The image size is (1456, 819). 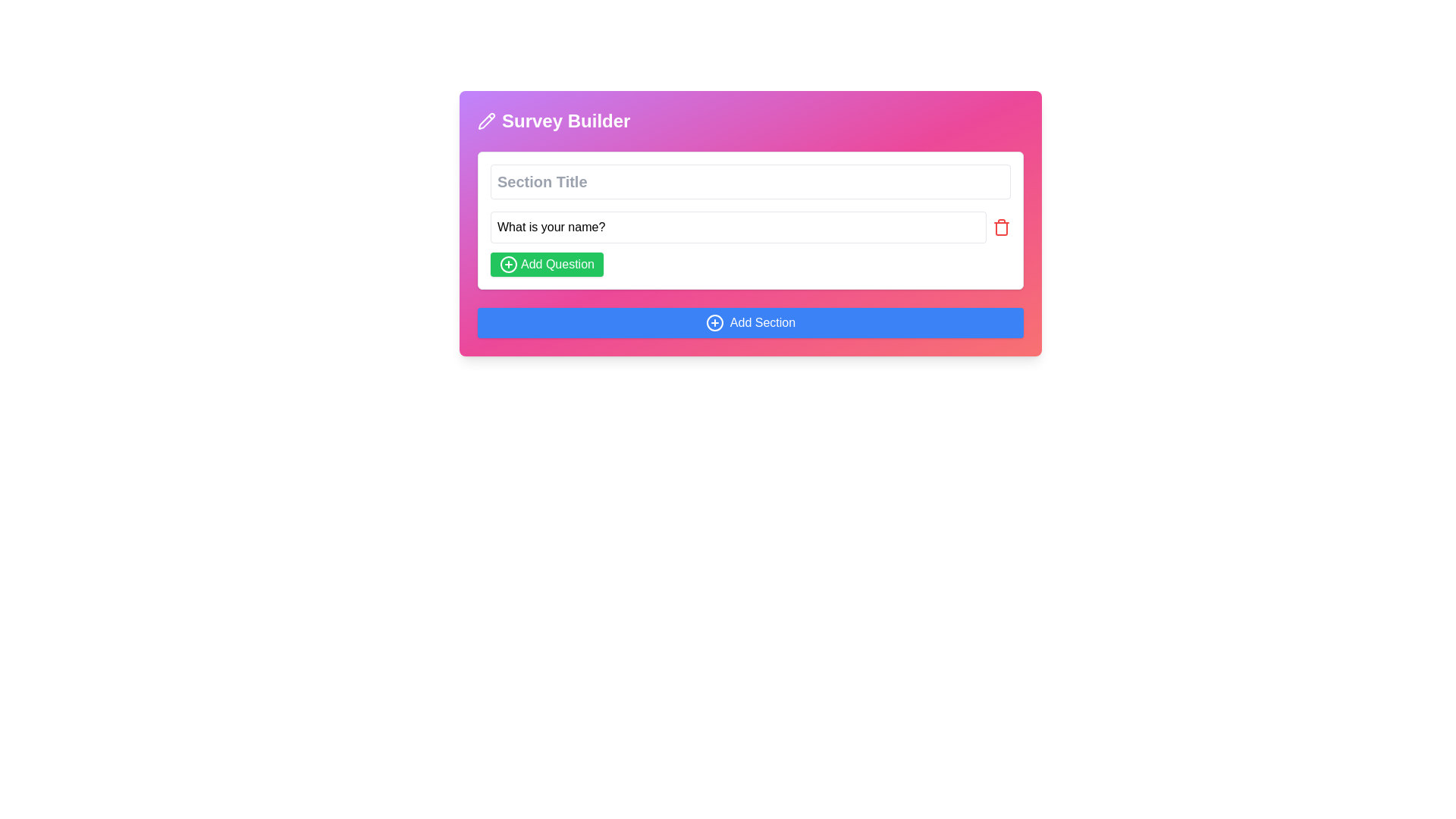 I want to click on the trash bin icon located to the right of the 'What is your name?' text input field, so click(x=1001, y=227).